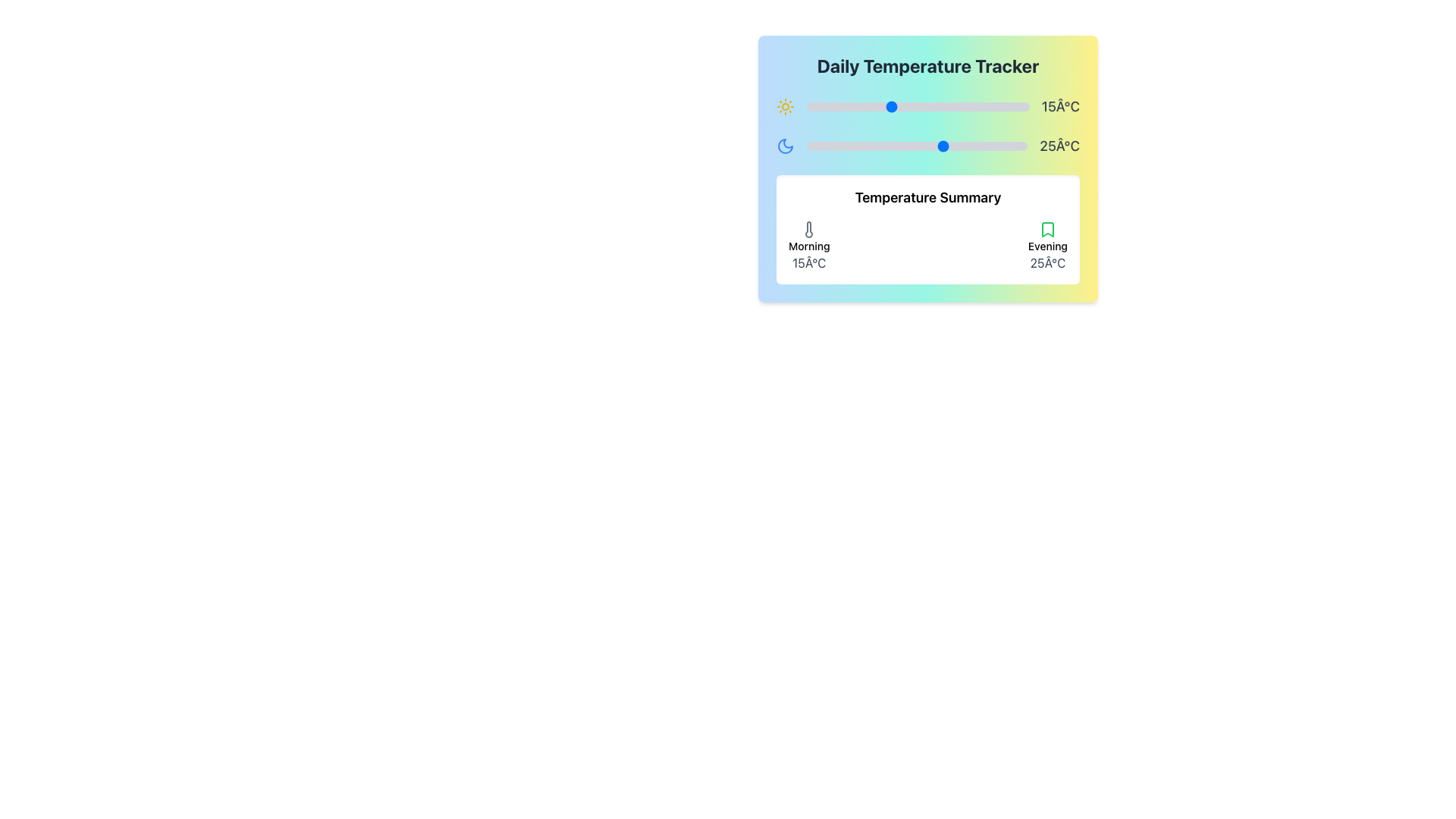 This screenshot has width=1456, height=819. What do you see at coordinates (1047, 245) in the screenshot?
I see `the evening temperature component, which displays the temperature along with an icon, from its current position` at bounding box center [1047, 245].